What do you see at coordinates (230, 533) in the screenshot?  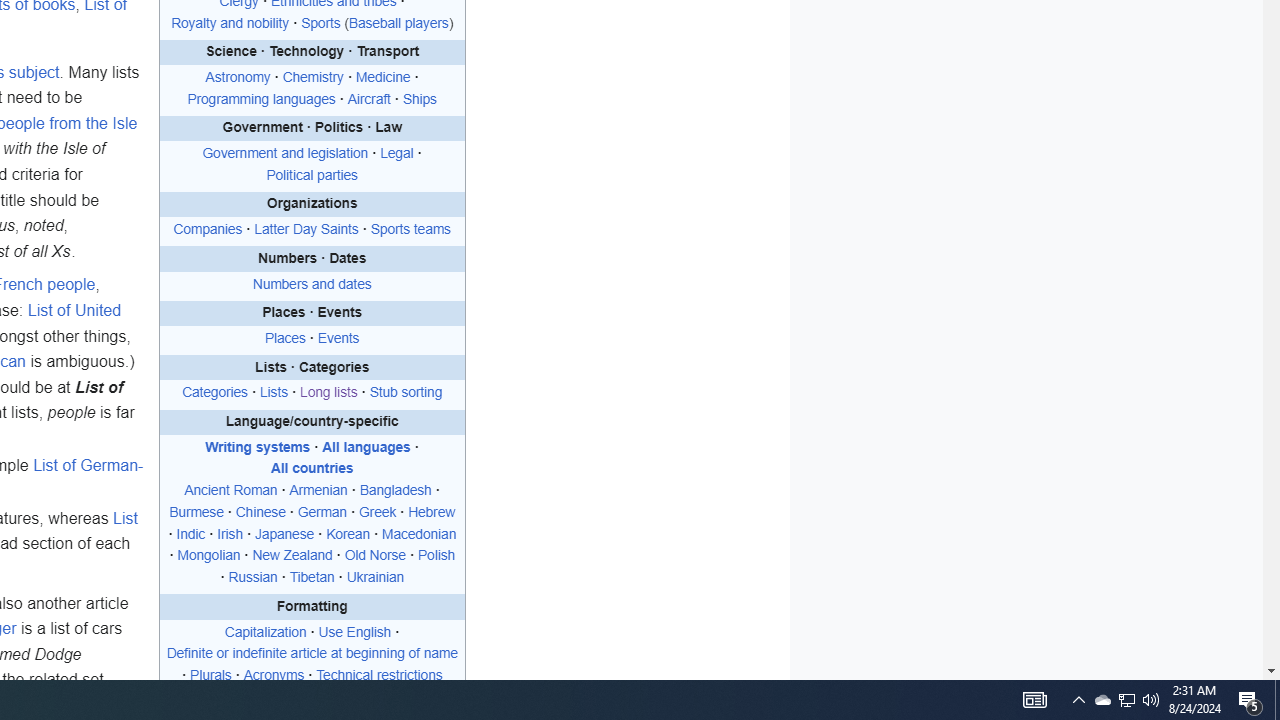 I see `'Irish'` at bounding box center [230, 533].